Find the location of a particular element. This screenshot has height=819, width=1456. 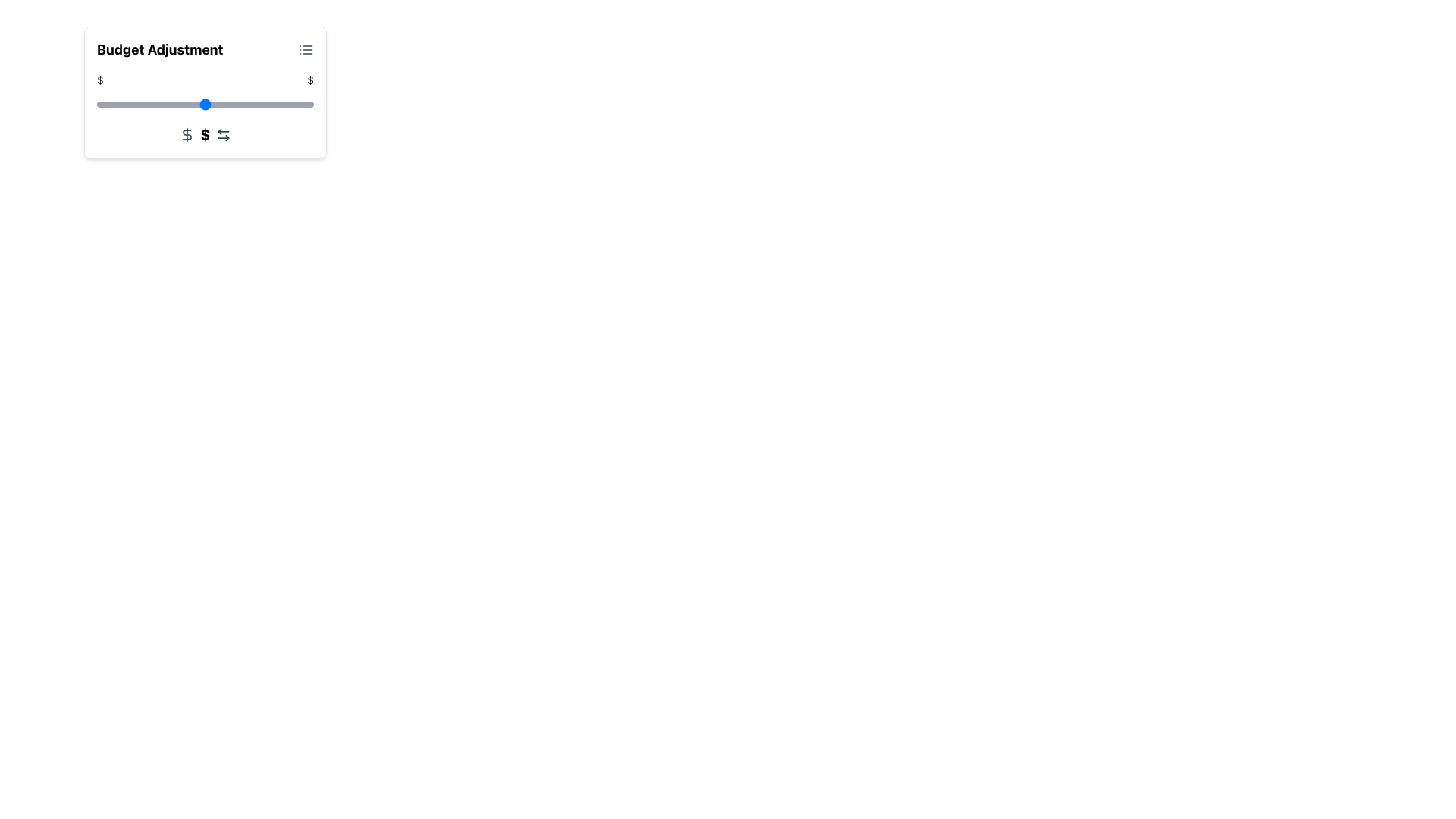

the bold styled dollar sign ('$') that is centrally located in the bottom section of the 'Budget Adjustment' card, flanked by another dollar sign and an arrow symbol is located at coordinates (204, 133).